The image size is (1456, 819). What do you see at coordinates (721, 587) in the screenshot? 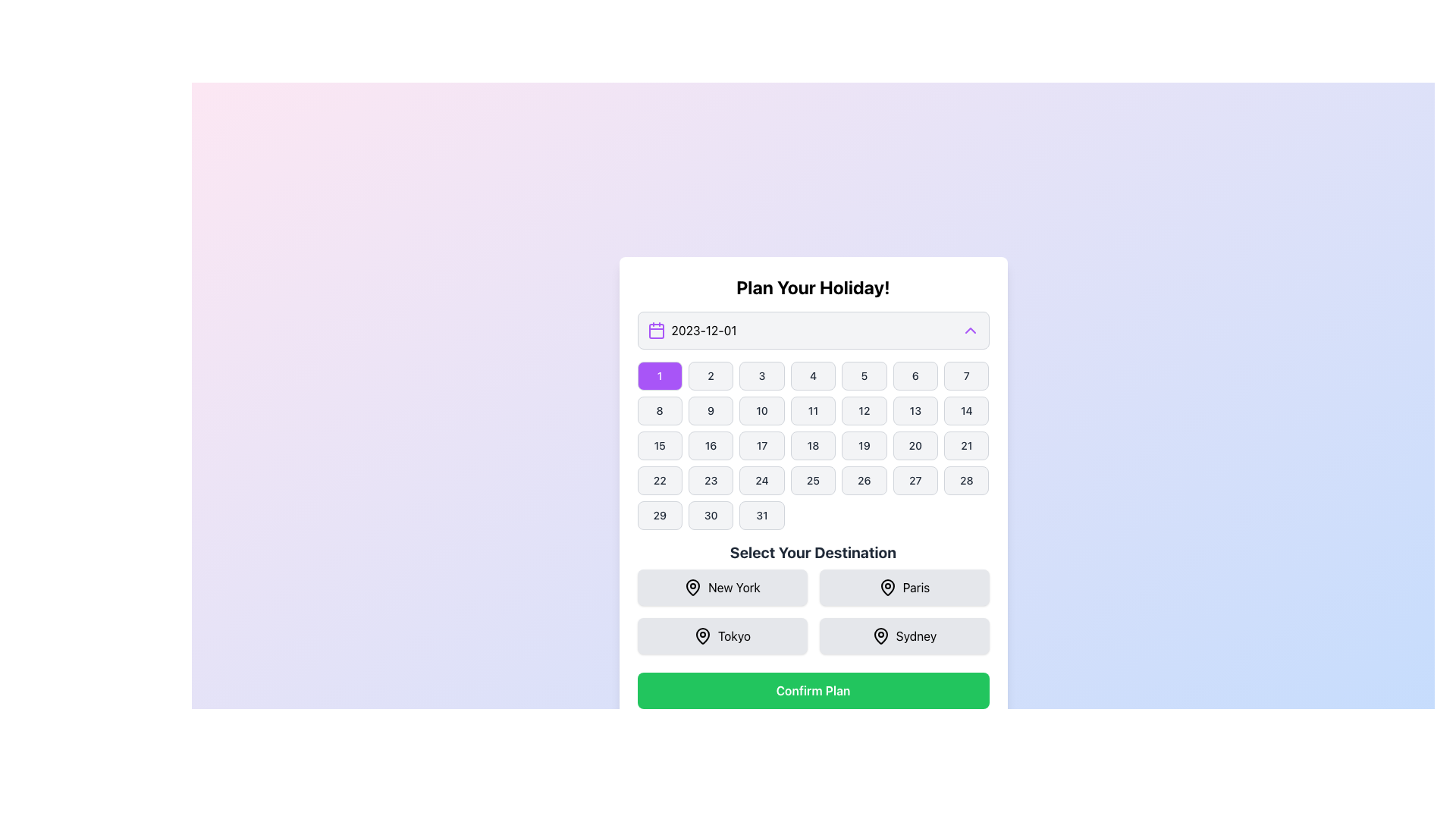
I see `the top-left button in the destination selection grid` at bounding box center [721, 587].